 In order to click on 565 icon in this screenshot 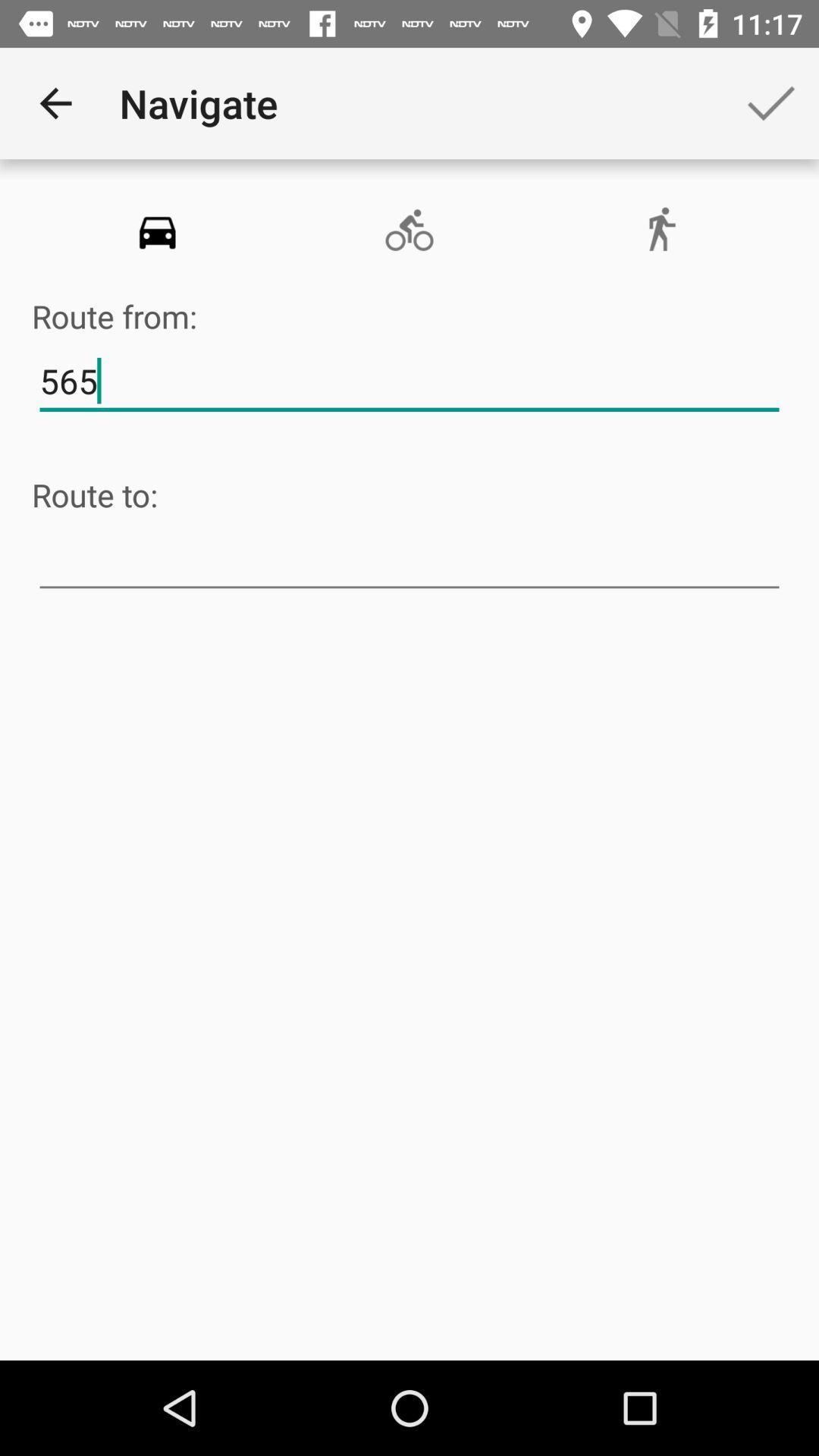, I will do `click(409, 381)`.